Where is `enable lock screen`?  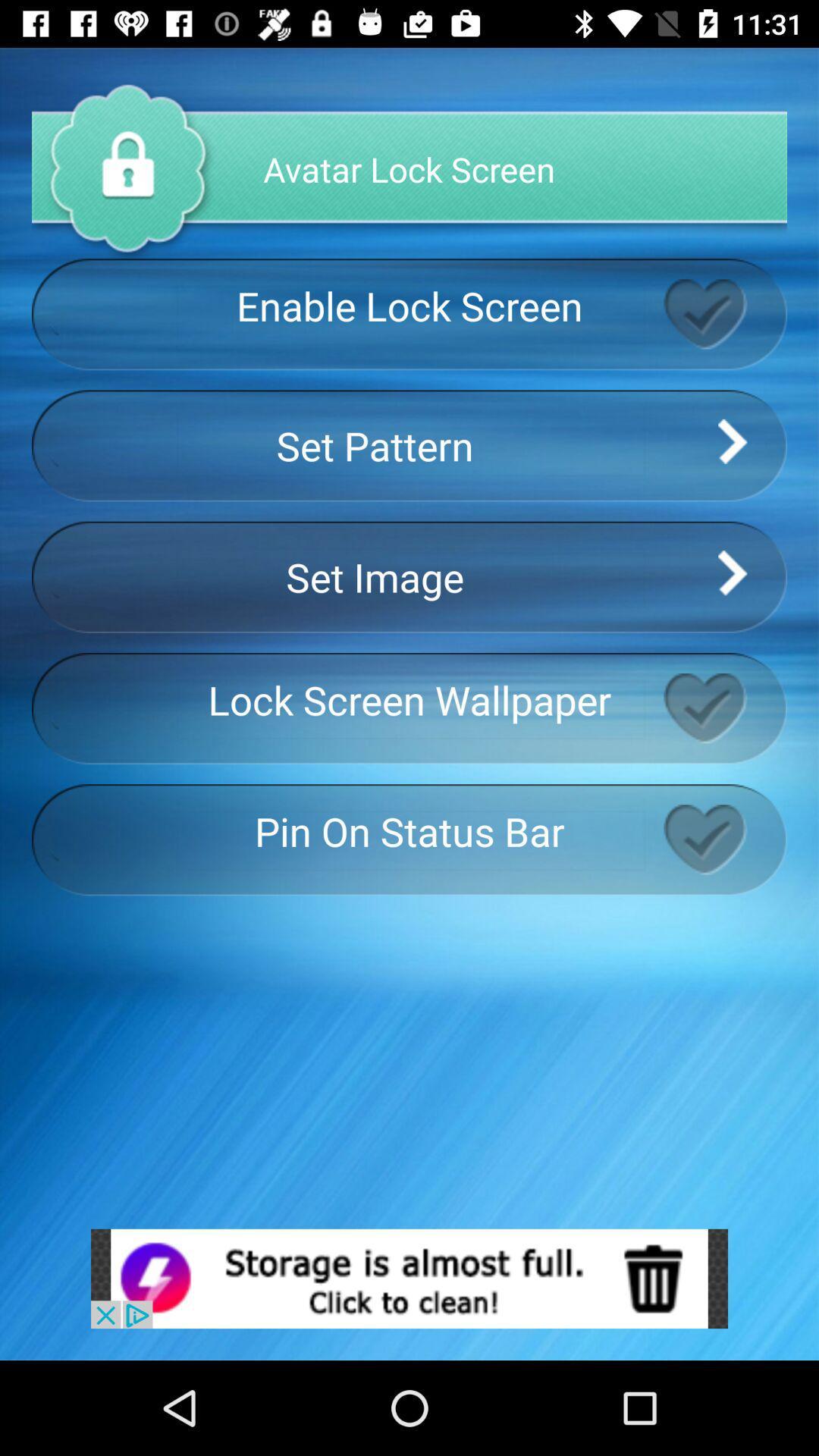 enable lock screen is located at coordinates (724, 313).